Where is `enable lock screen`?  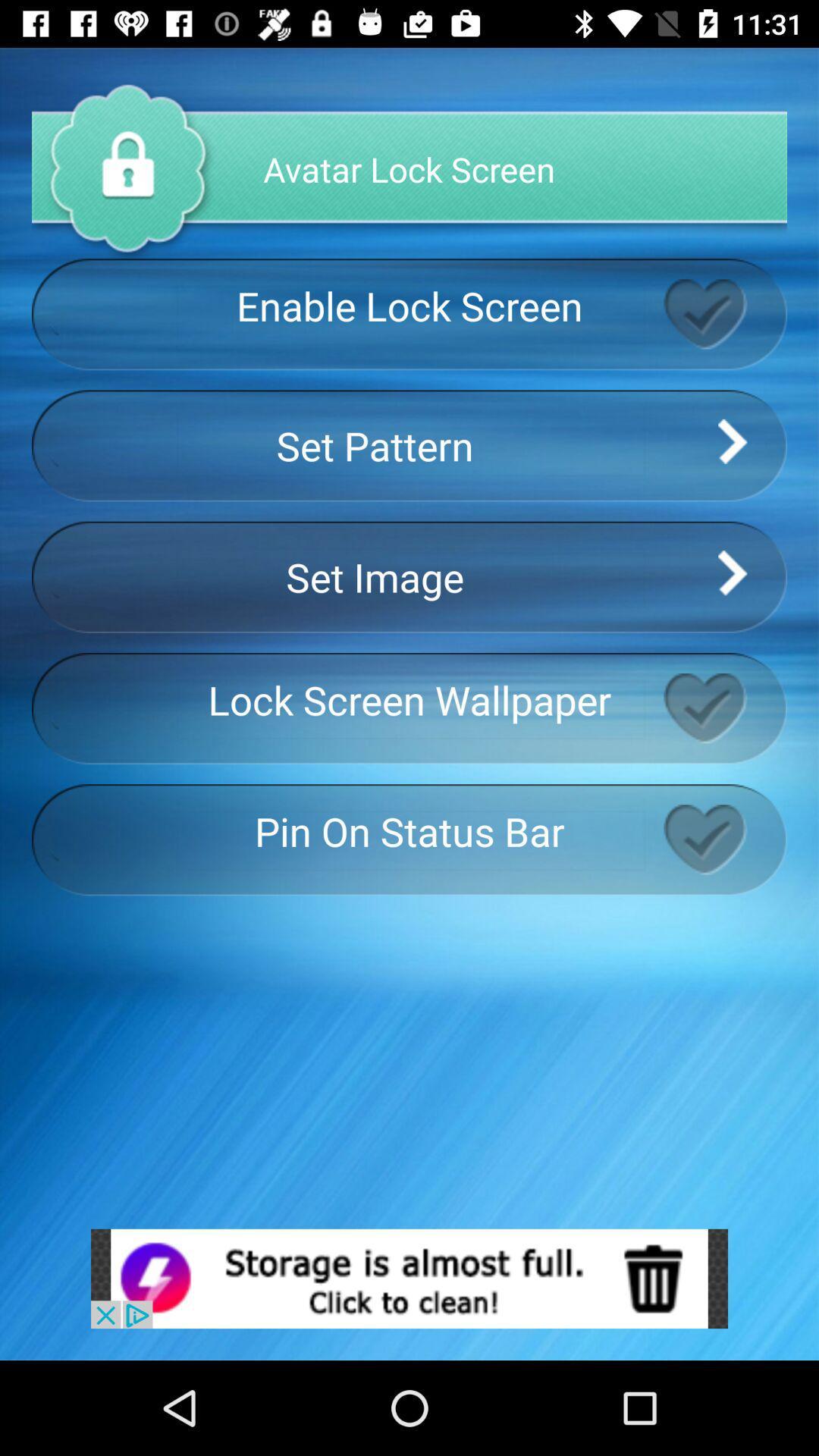 enable lock screen is located at coordinates (724, 313).